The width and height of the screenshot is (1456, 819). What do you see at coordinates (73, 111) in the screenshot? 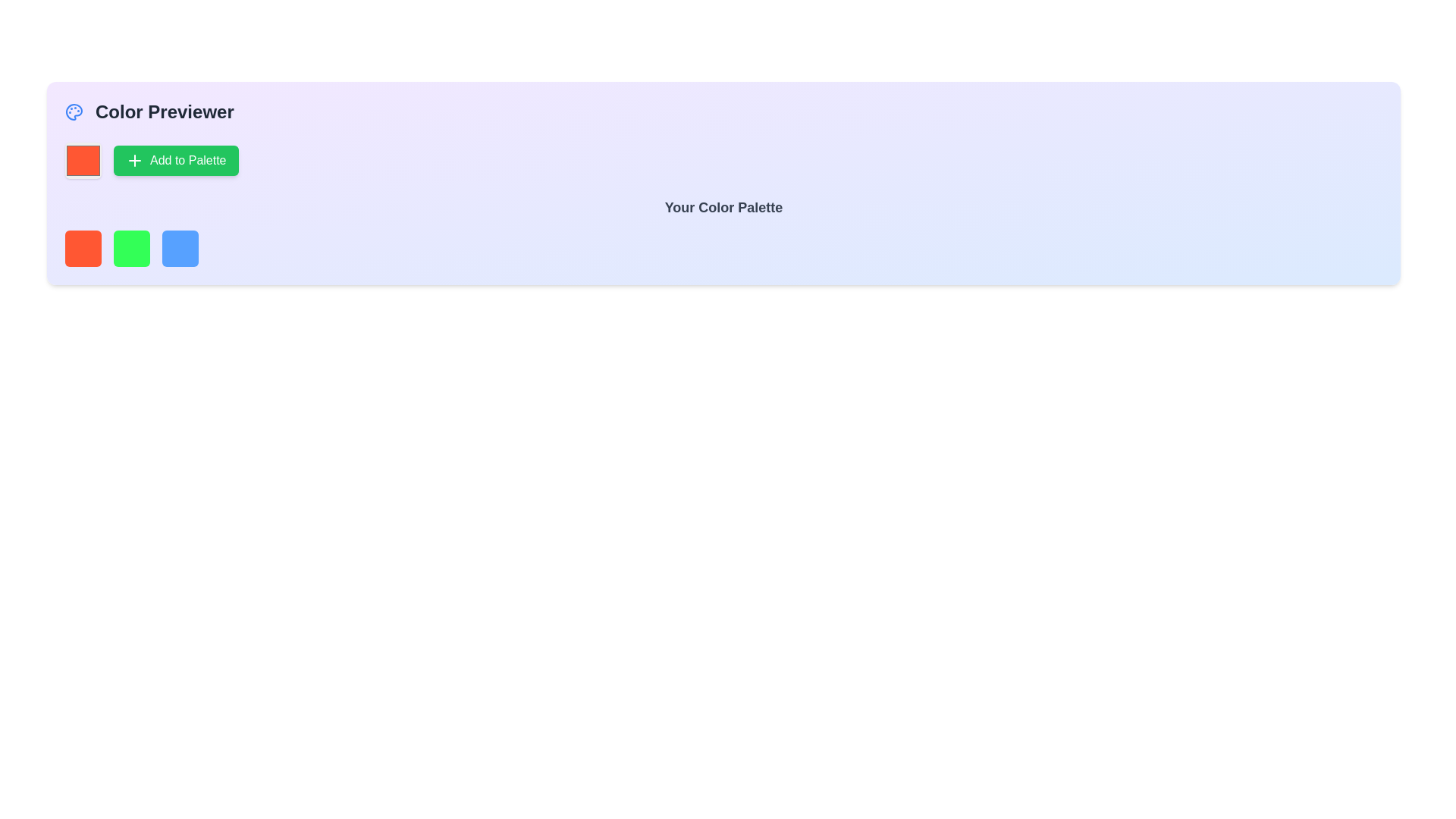
I see `blue-bordered painter's palette icon located in the 'Color Previewer' header section for contextual meaning` at bounding box center [73, 111].